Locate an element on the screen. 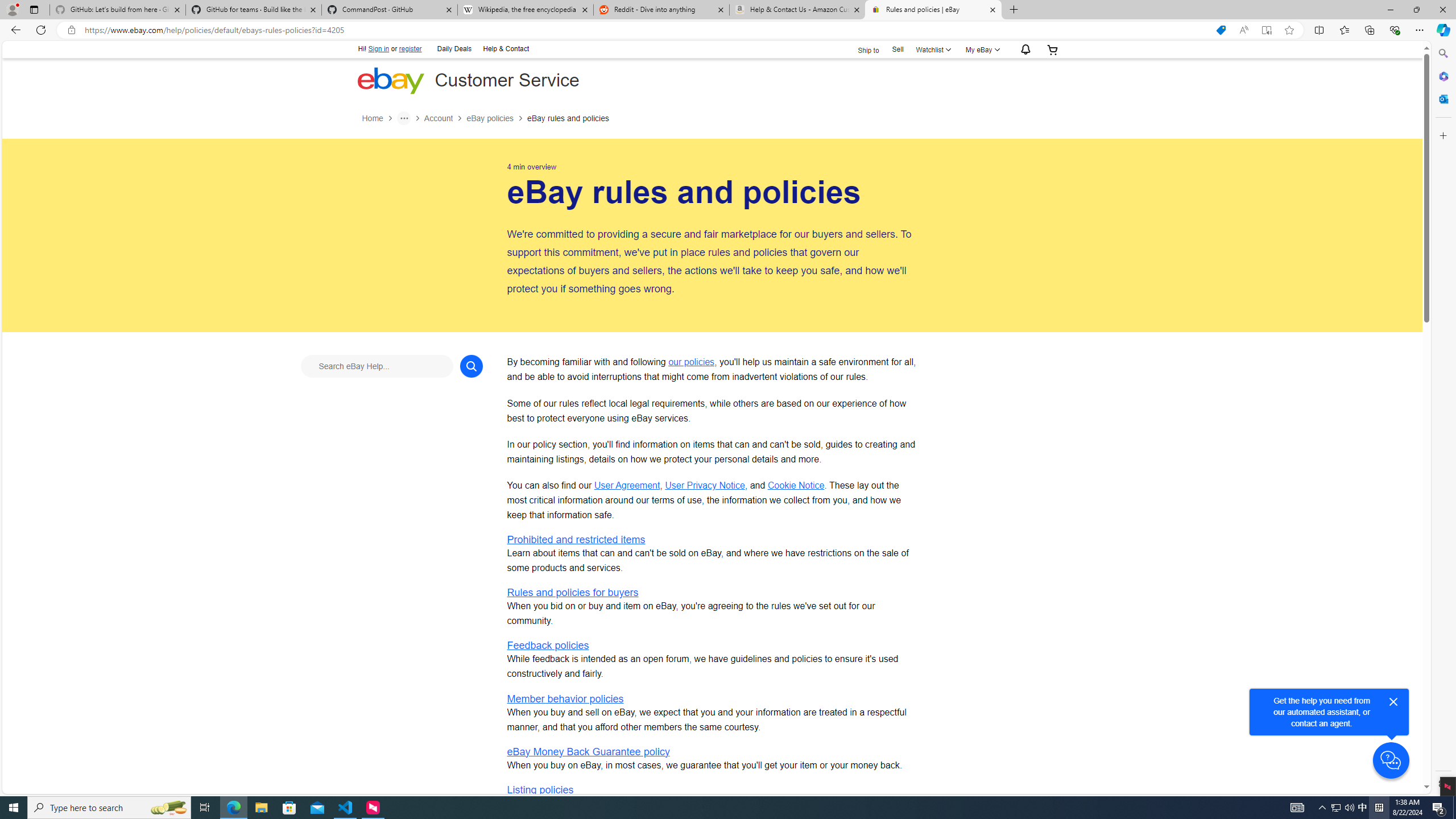 Image resolution: width=1456 pixels, height=819 pixels. 'Member behavior policies' is located at coordinates (565, 698).